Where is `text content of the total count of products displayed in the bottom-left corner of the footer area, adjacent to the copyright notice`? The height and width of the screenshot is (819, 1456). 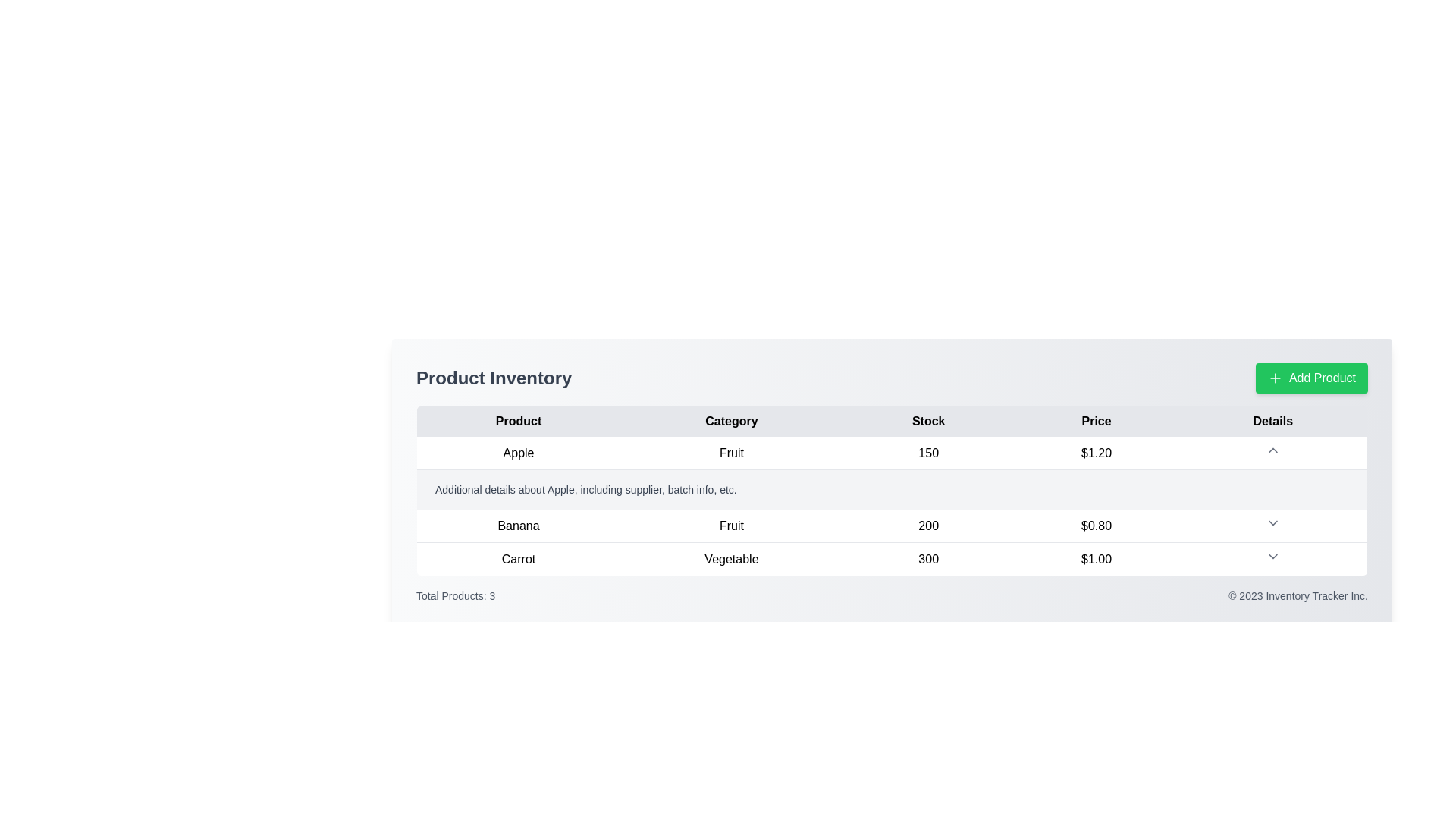 text content of the total count of products displayed in the bottom-left corner of the footer area, adjacent to the copyright notice is located at coordinates (455, 595).